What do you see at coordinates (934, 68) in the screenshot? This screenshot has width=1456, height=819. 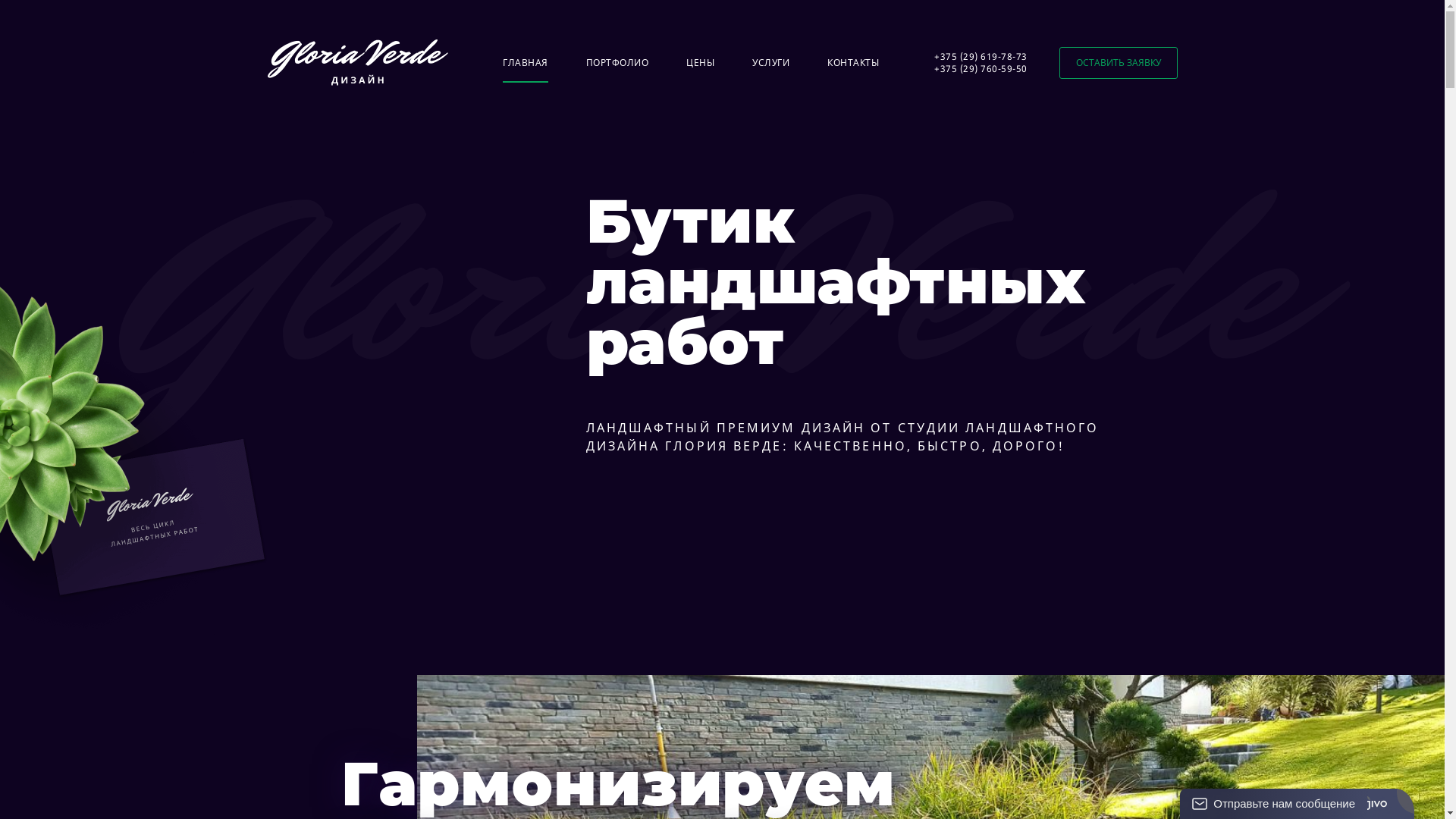 I see `'+375 (29) 760-59-50'` at bounding box center [934, 68].